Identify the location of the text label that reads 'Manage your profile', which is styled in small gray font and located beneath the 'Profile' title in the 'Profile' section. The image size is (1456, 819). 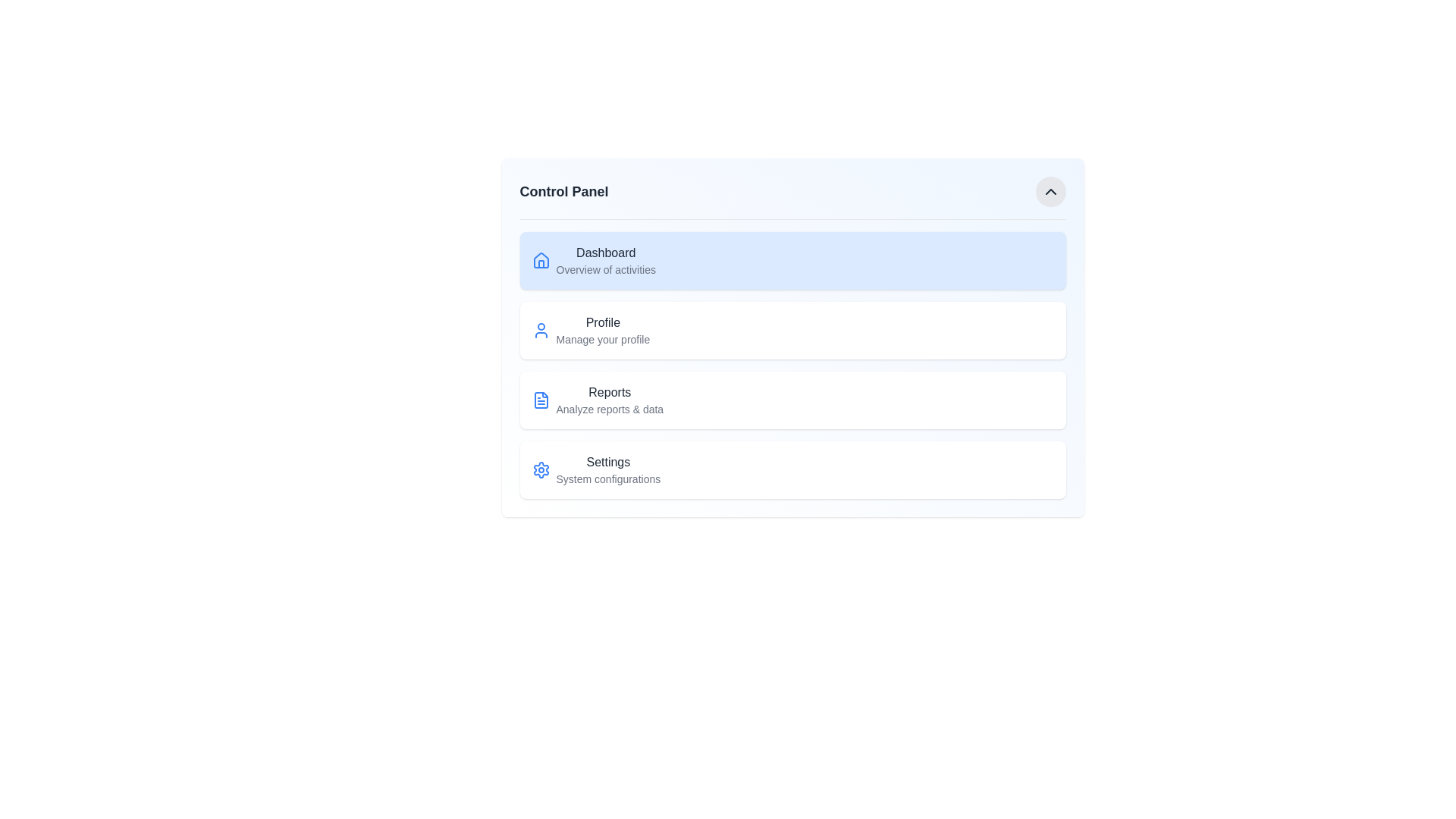
(602, 338).